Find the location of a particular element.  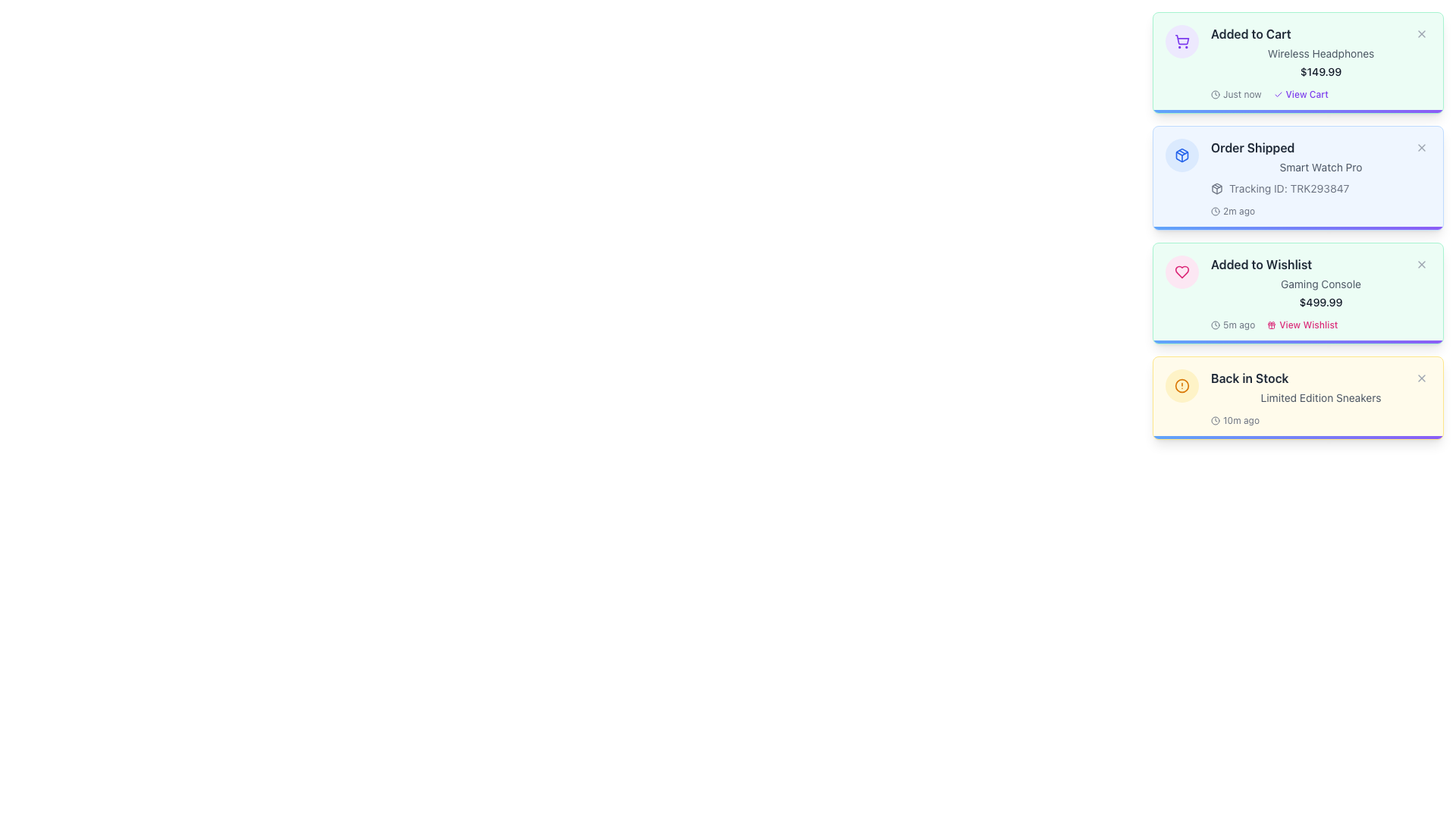

the timestamp element displaying '5m ago' in gray font, located in the 'Added to Wishlist' section of the third notification card, next to the 'View Wishlist' link is located at coordinates (1233, 324).